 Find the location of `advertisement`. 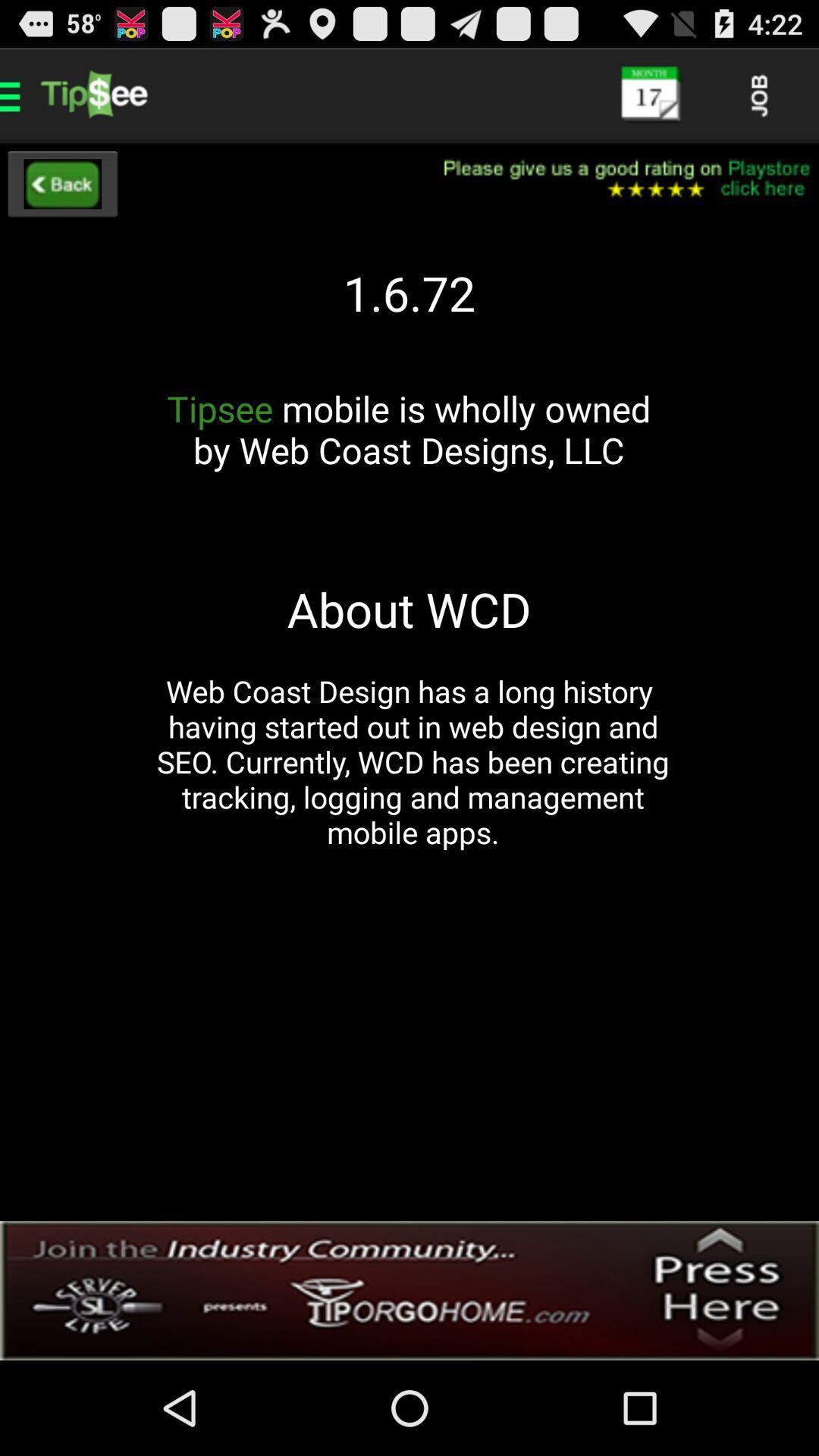

advertisement is located at coordinates (409, 1290).